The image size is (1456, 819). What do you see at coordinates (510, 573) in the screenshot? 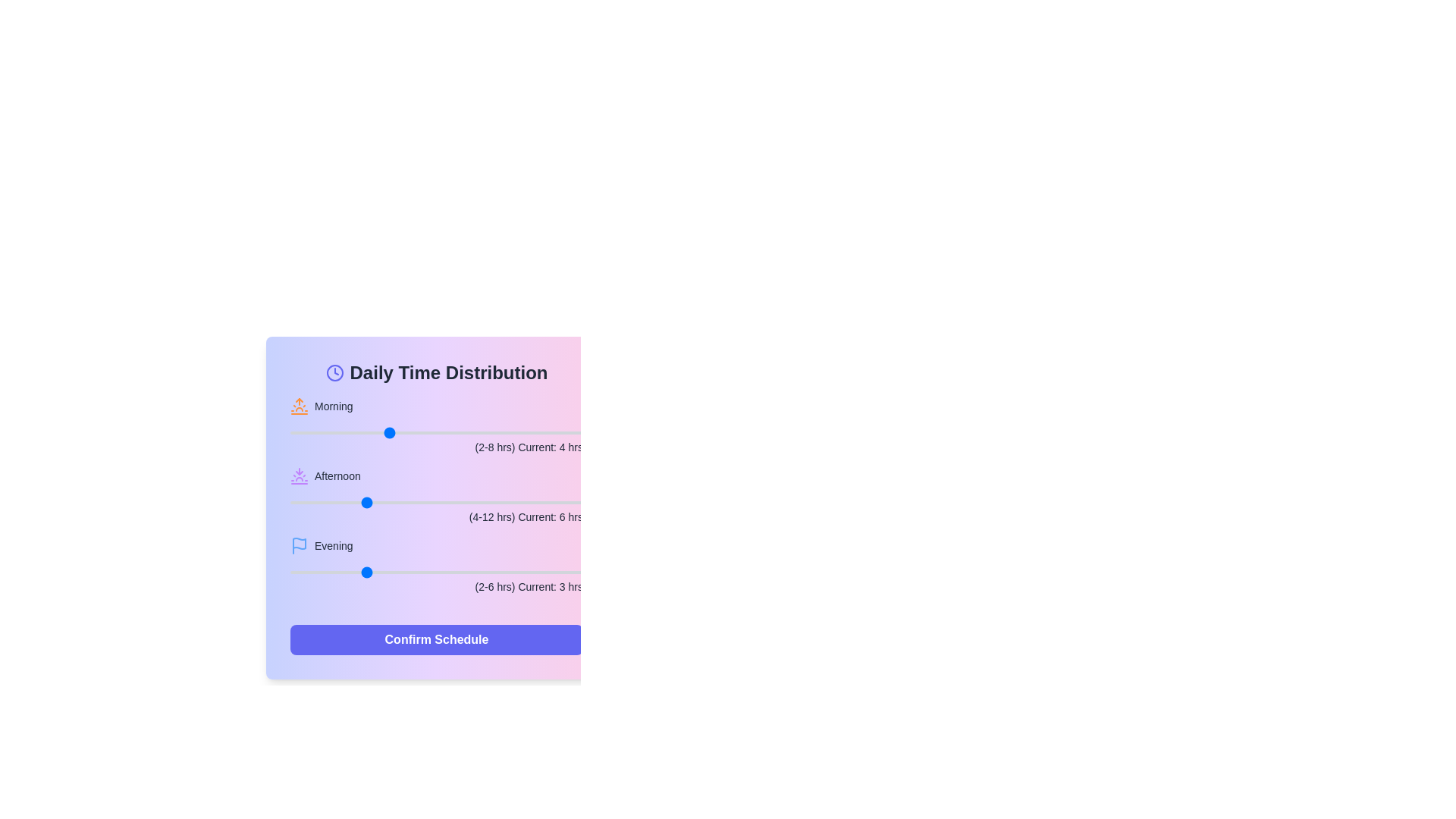
I see `the slider` at bounding box center [510, 573].